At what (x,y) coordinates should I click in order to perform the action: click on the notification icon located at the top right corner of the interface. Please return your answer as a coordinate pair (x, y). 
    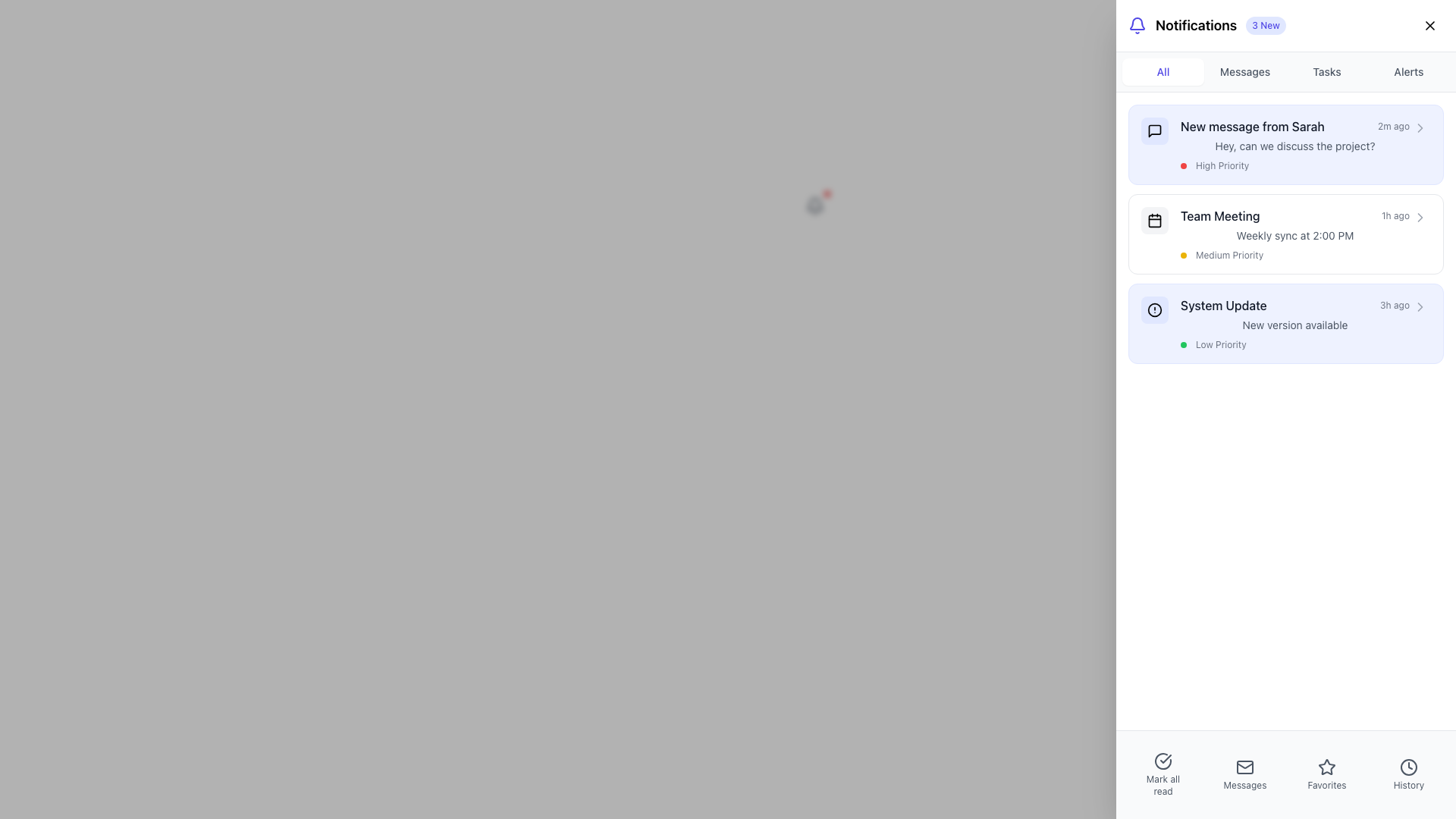
    Looking at the image, I should click on (1137, 26).